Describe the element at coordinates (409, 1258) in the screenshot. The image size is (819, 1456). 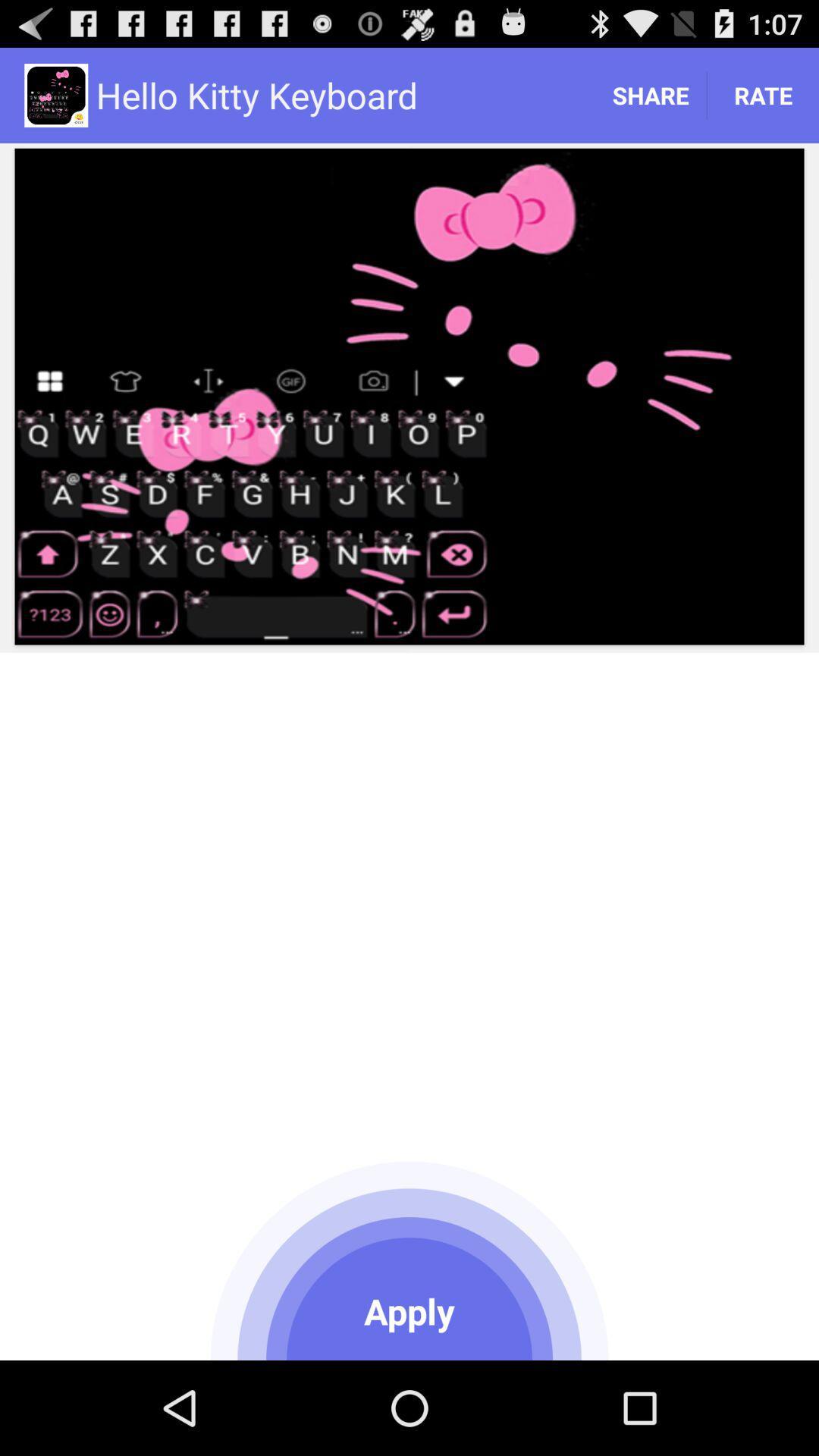
I see `apply here` at that location.